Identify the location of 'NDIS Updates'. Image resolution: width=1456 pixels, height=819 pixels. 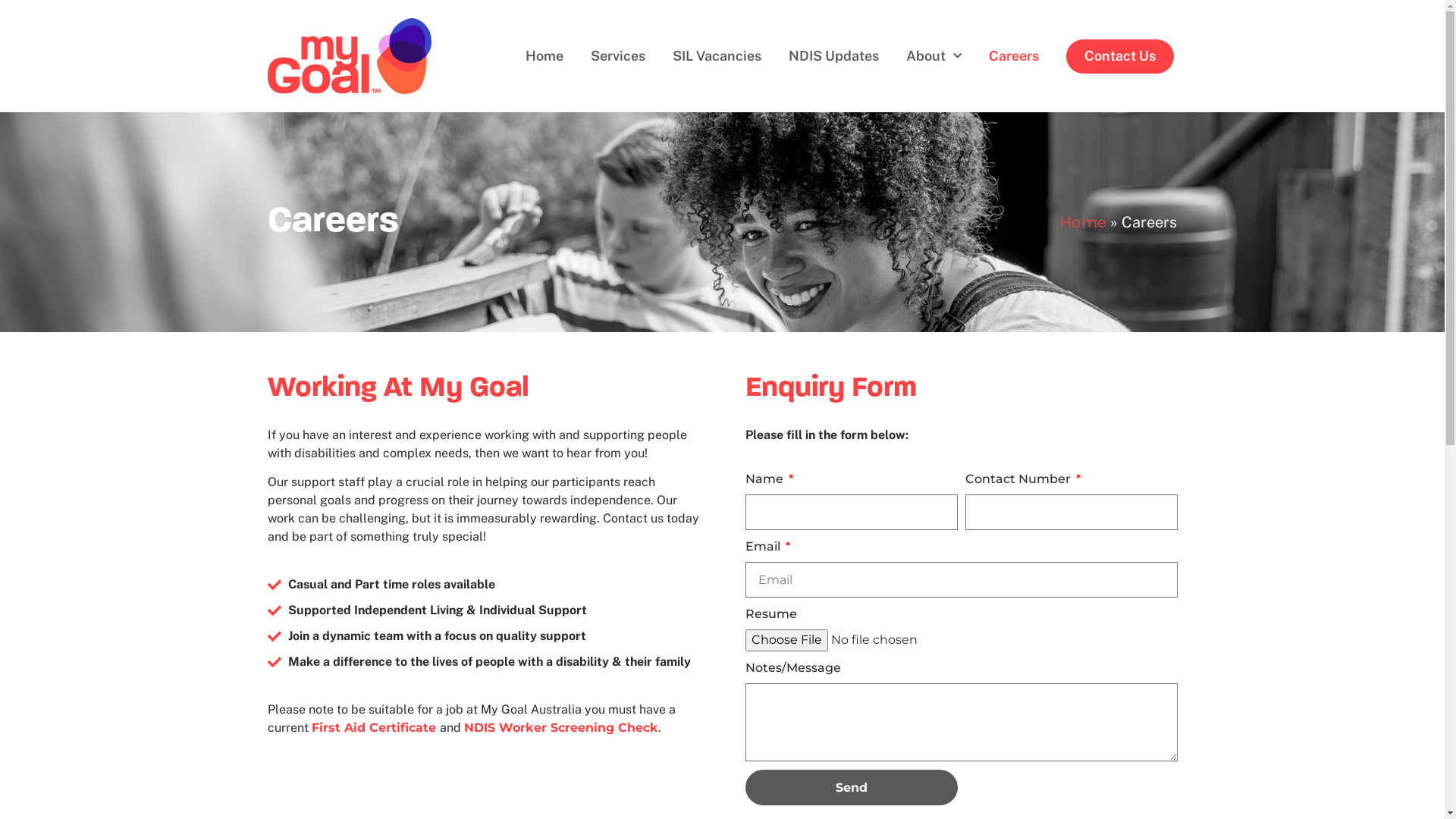
(833, 55).